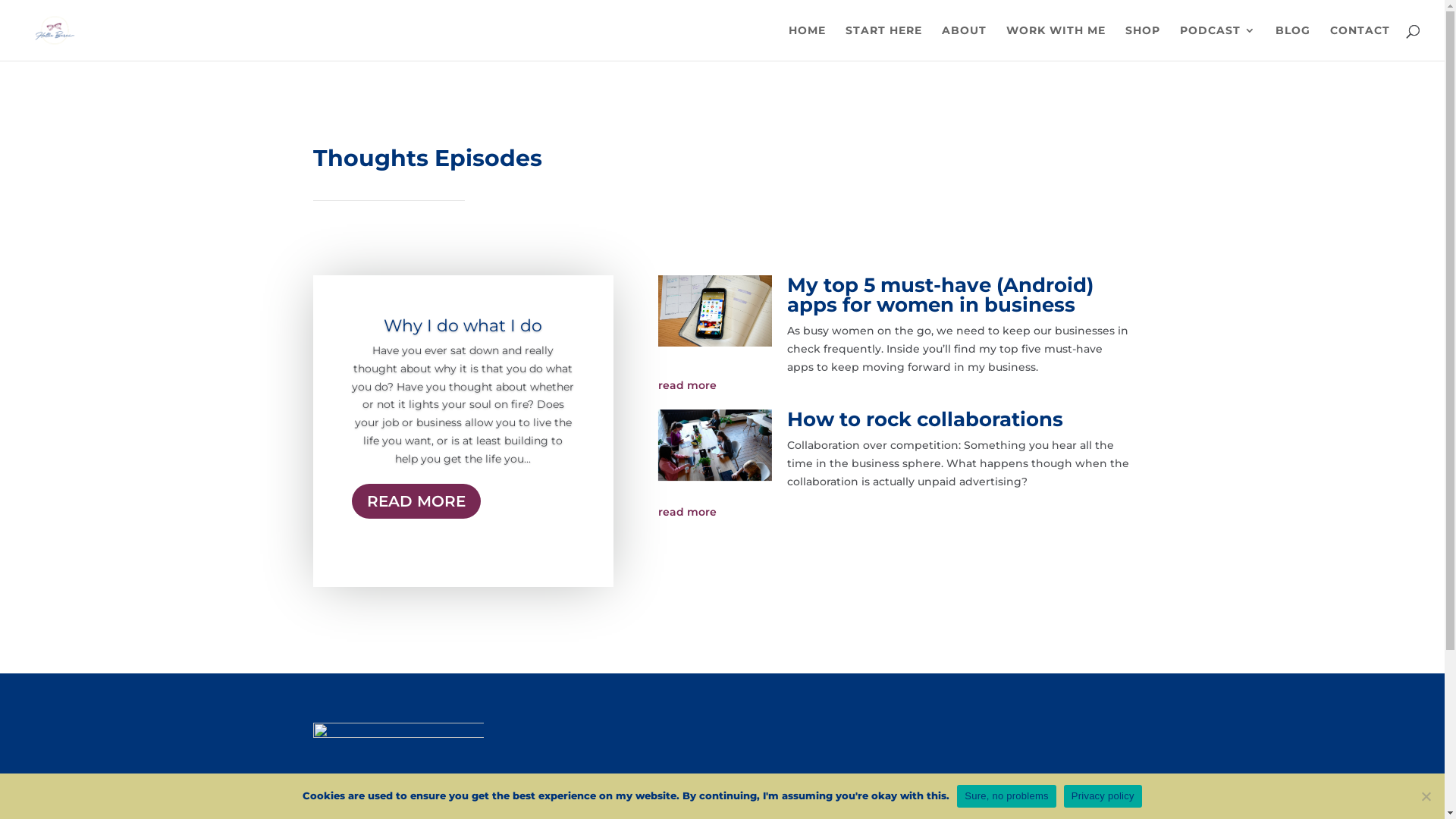 This screenshot has width=1456, height=819. Describe the element at coordinates (883, 42) in the screenshot. I see `'START HERE'` at that location.